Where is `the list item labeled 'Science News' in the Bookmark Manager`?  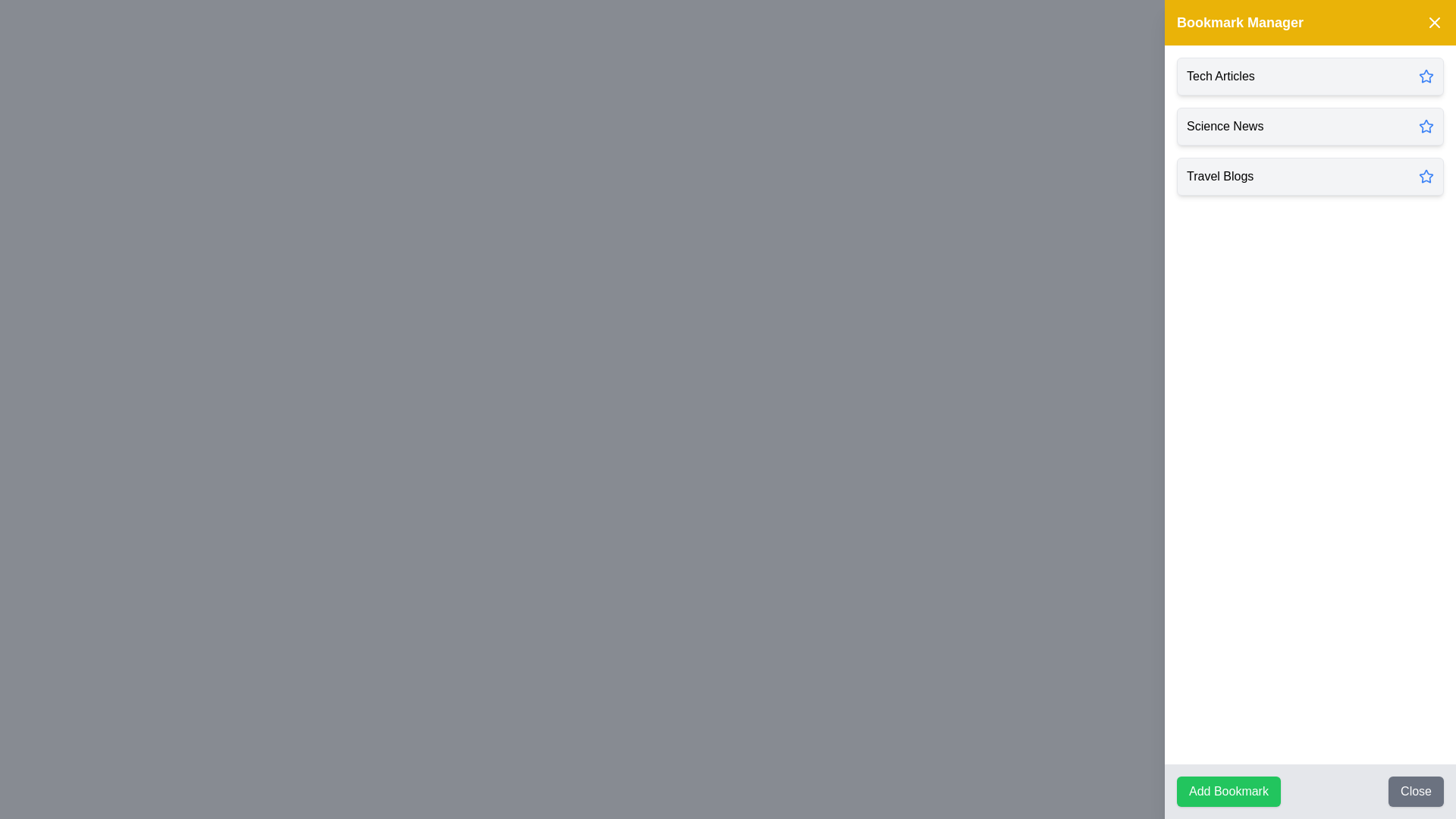 the list item labeled 'Science News' in the Bookmark Manager is located at coordinates (1310, 125).